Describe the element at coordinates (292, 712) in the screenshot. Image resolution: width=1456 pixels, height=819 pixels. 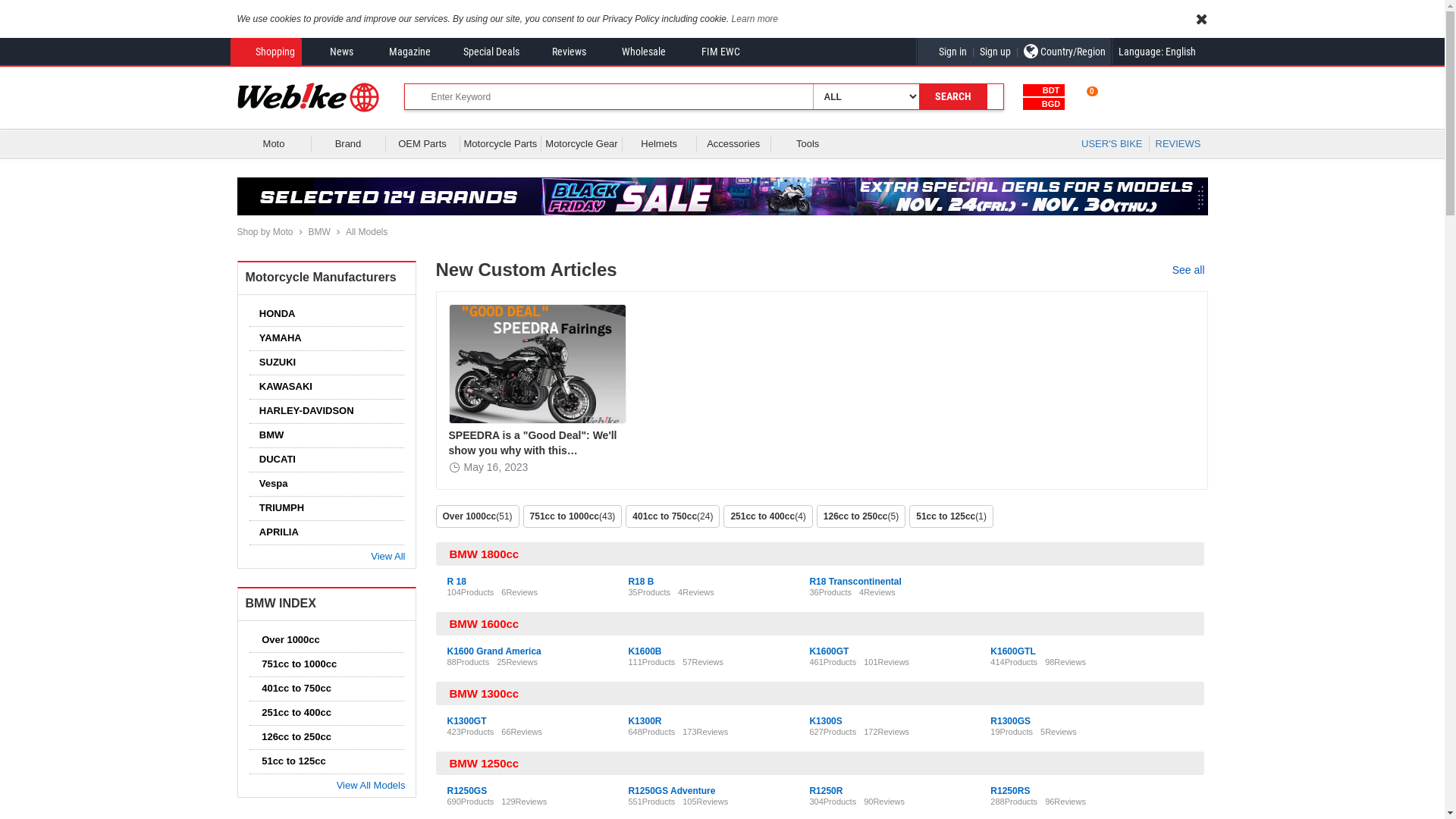
I see `'251cc to 400cc'` at that location.